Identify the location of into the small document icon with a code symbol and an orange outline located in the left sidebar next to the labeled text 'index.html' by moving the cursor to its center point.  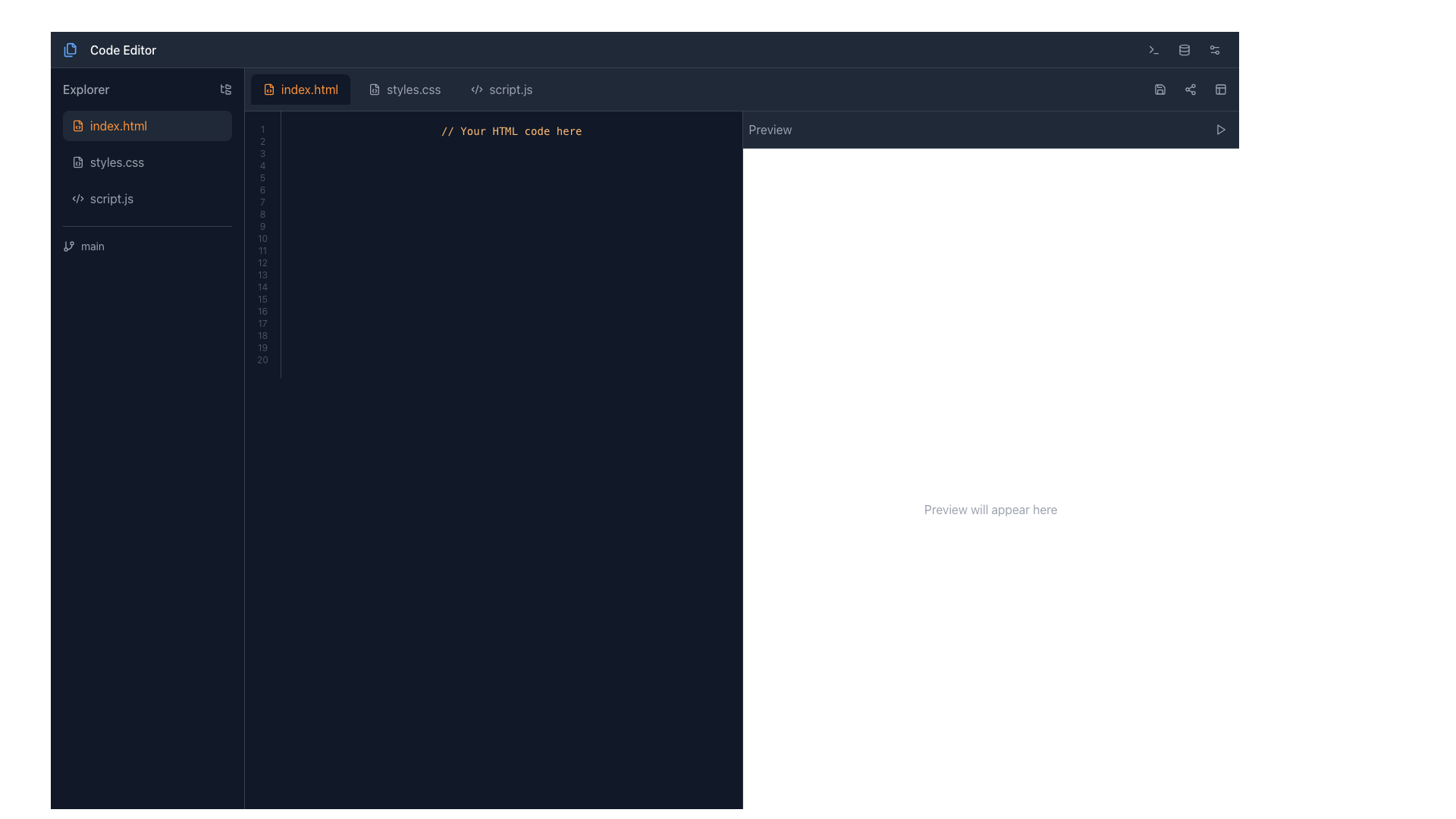
(77, 124).